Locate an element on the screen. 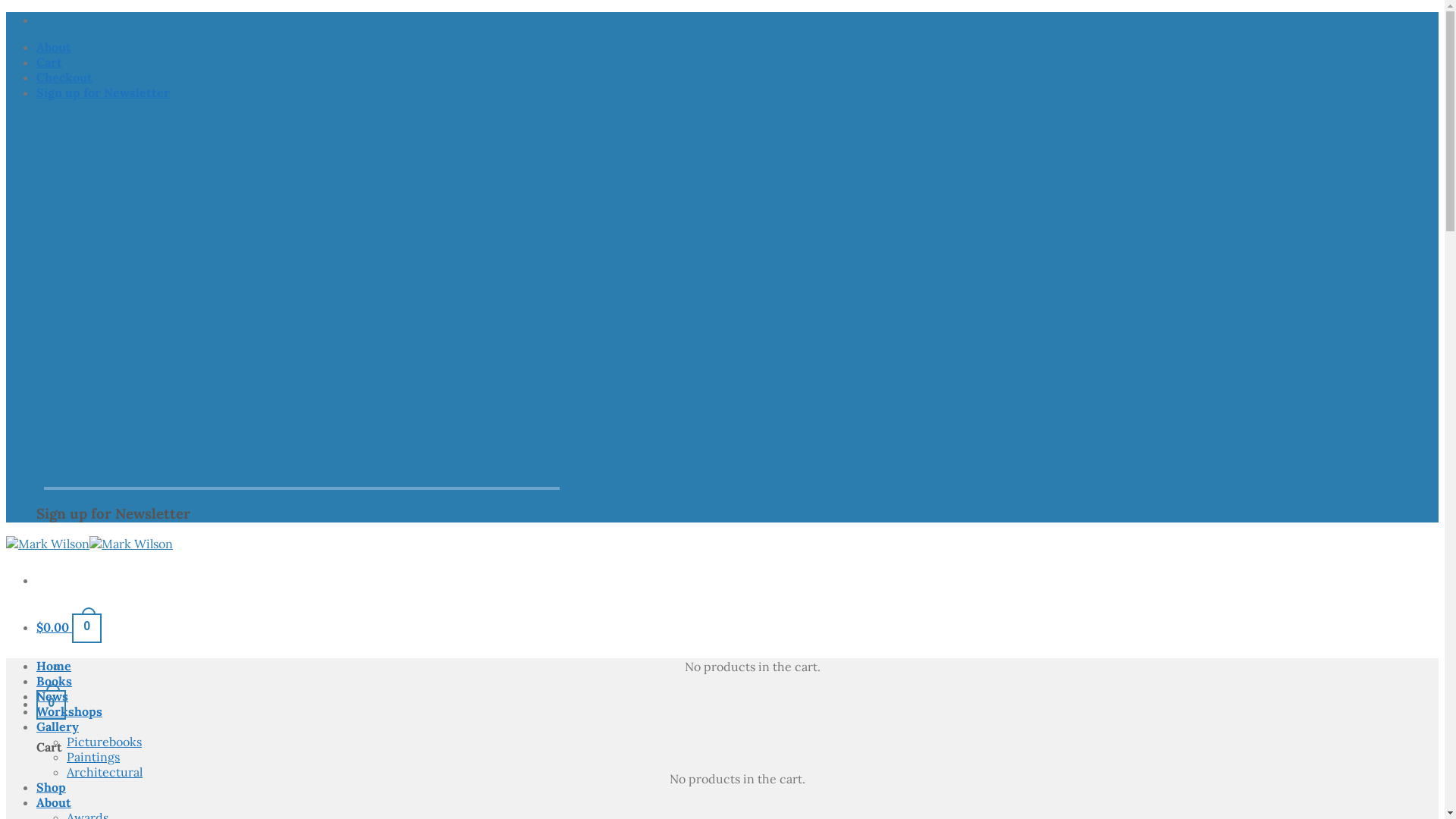 Image resolution: width=1456 pixels, height=819 pixels. 'Sign up for Newsletter' is located at coordinates (36, 93).